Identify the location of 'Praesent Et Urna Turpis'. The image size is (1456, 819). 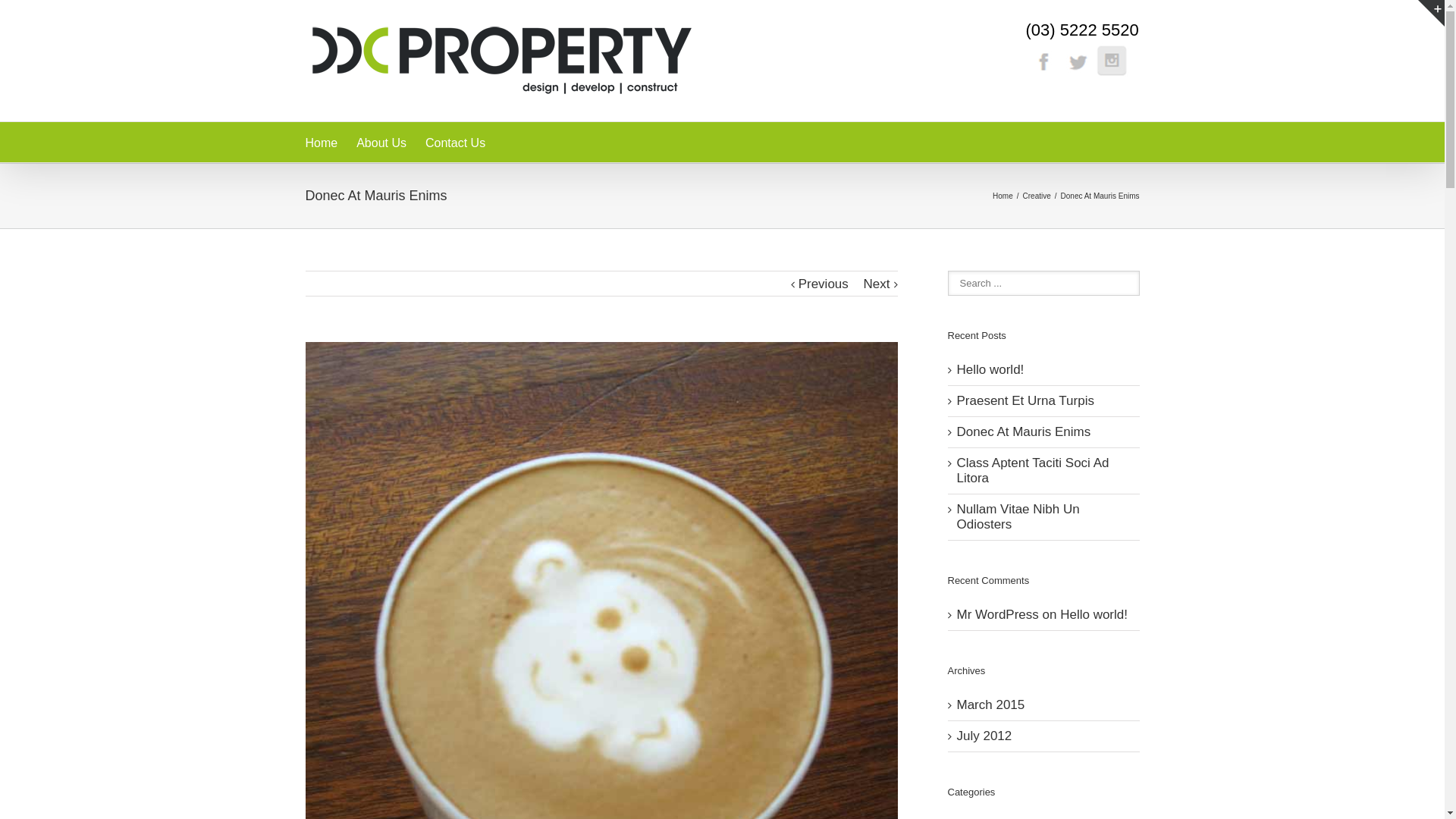
(1025, 400).